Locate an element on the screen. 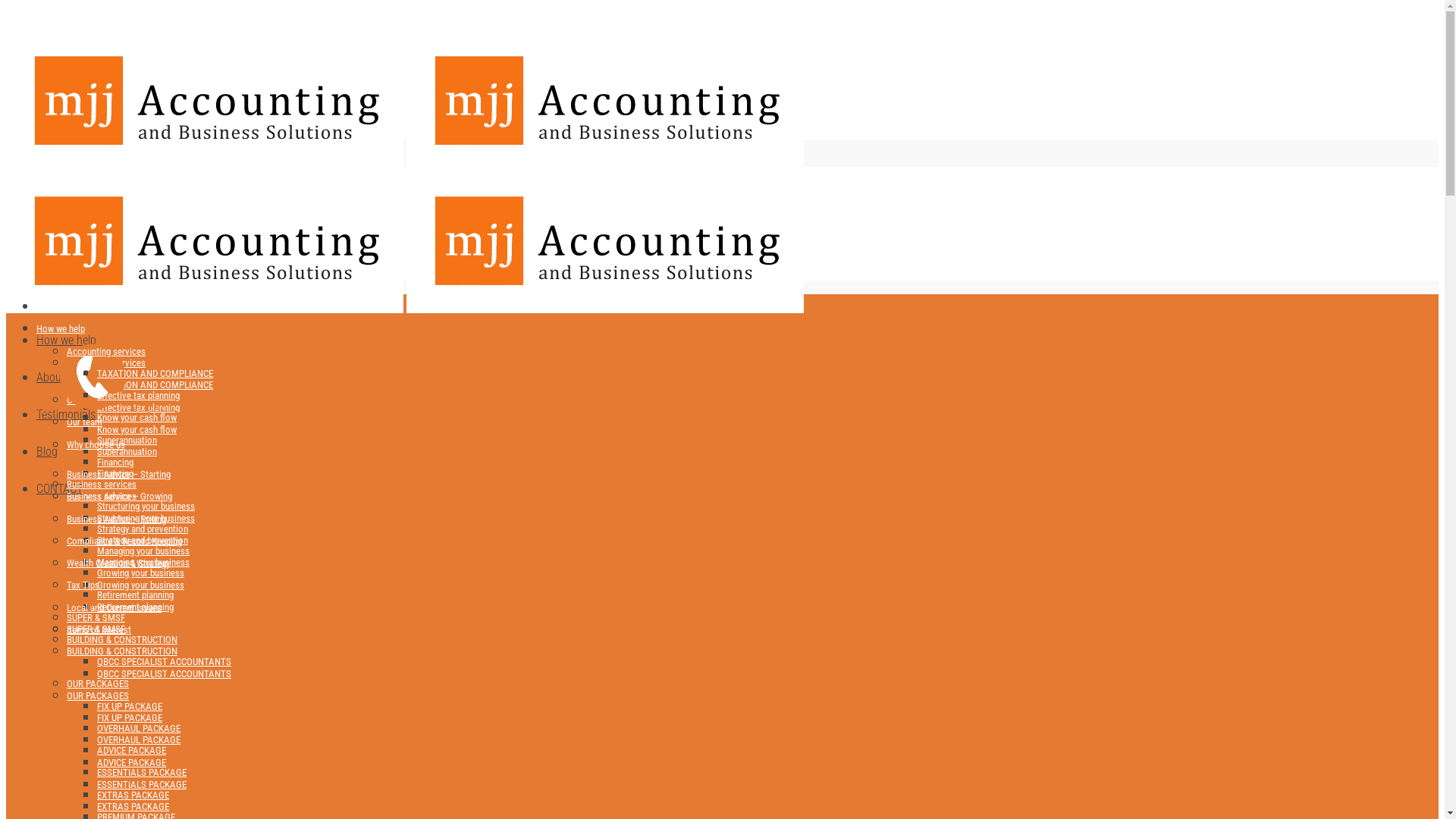 This screenshot has height=819, width=1456. 'Growing your business' is located at coordinates (140, 584).